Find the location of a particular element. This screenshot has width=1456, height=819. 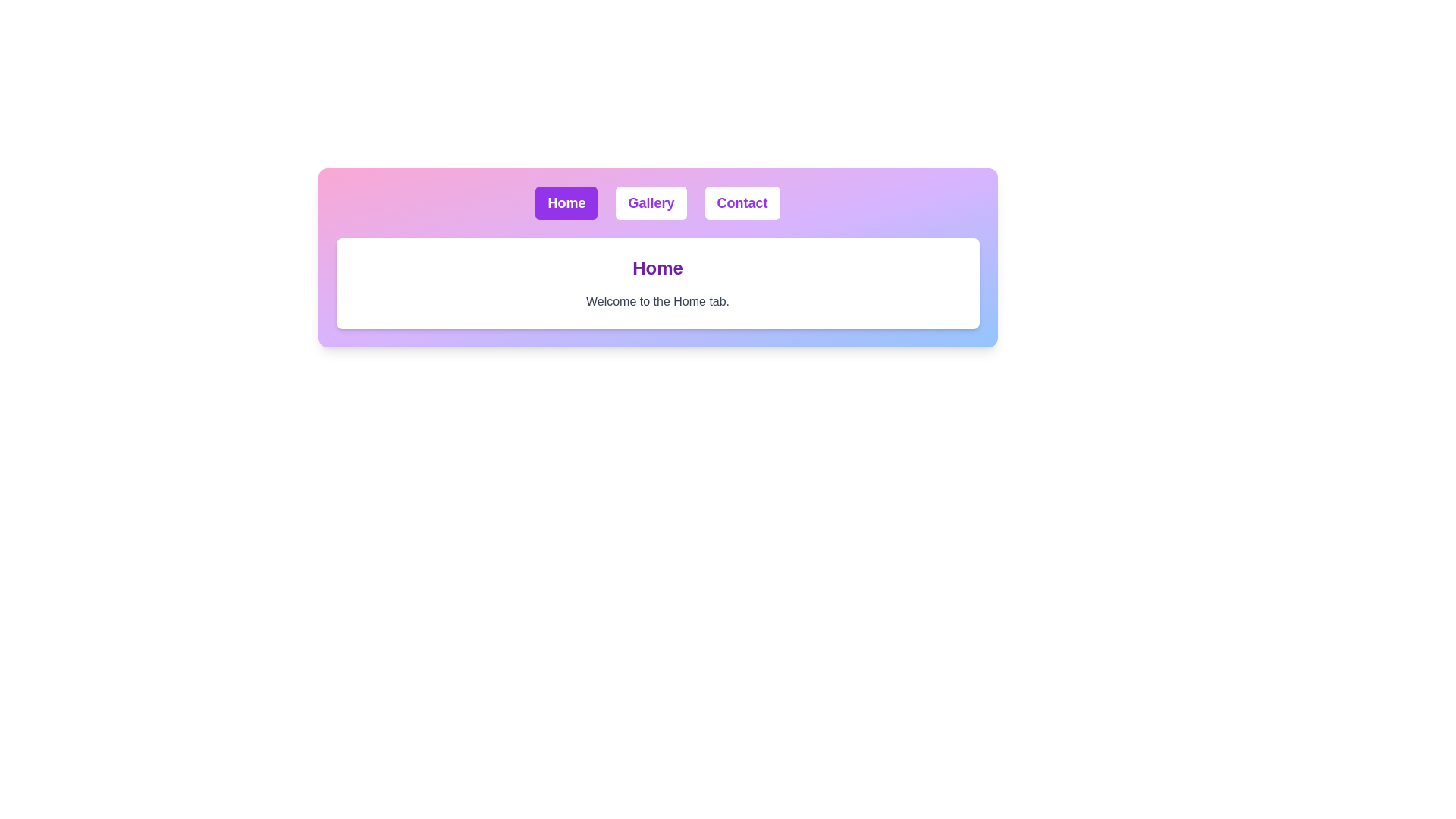

the Home tab to change the displayed content is located at coordinates (566, 202).